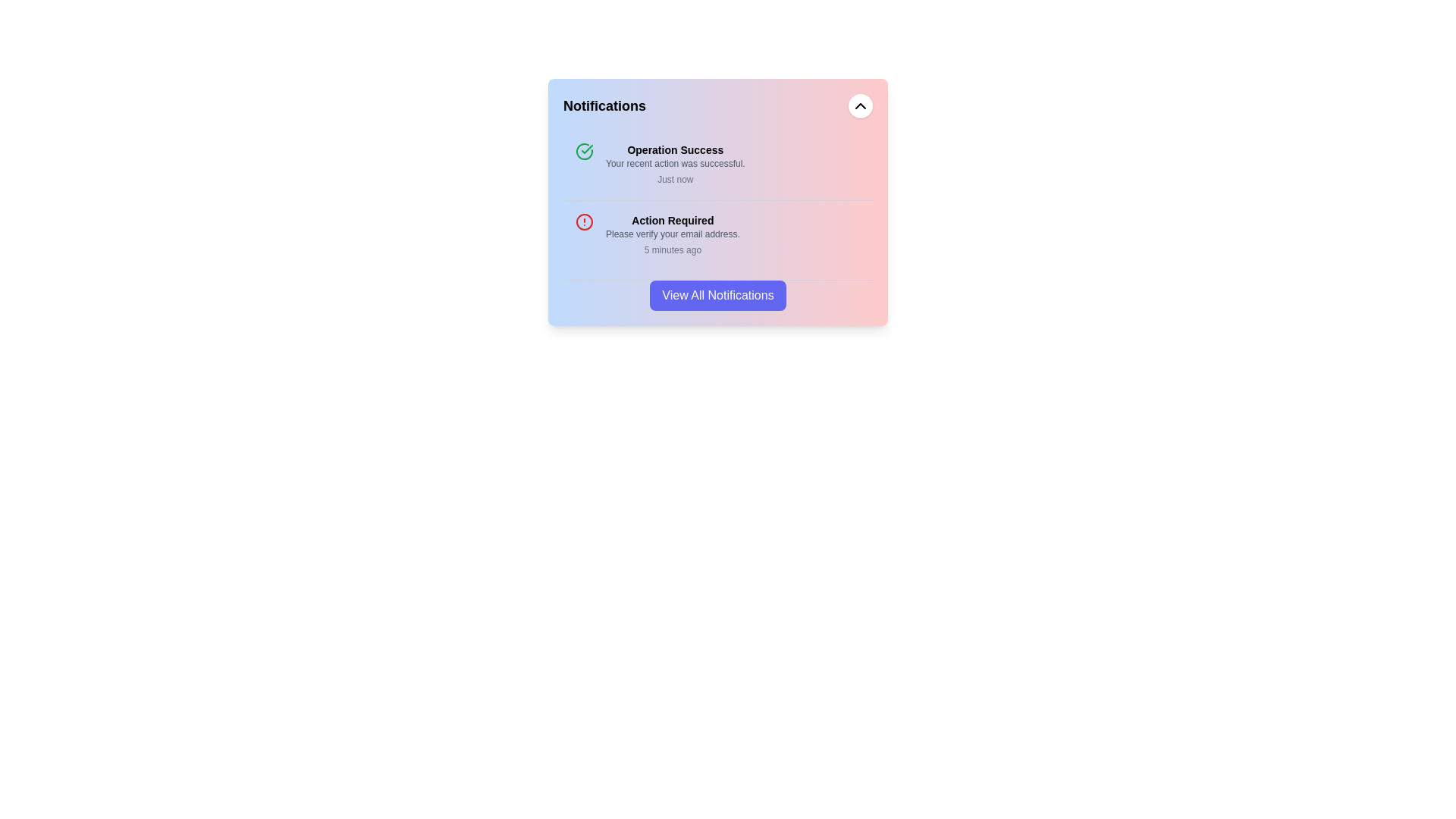 The height and width of the screenshot is (819, 1456). What do you see at coordinates (586, 149) in the screenshot?
I see `the success indicator icon located to the left of the 'Operation Success' text in the notification panel` at bounding box center [586, 149].